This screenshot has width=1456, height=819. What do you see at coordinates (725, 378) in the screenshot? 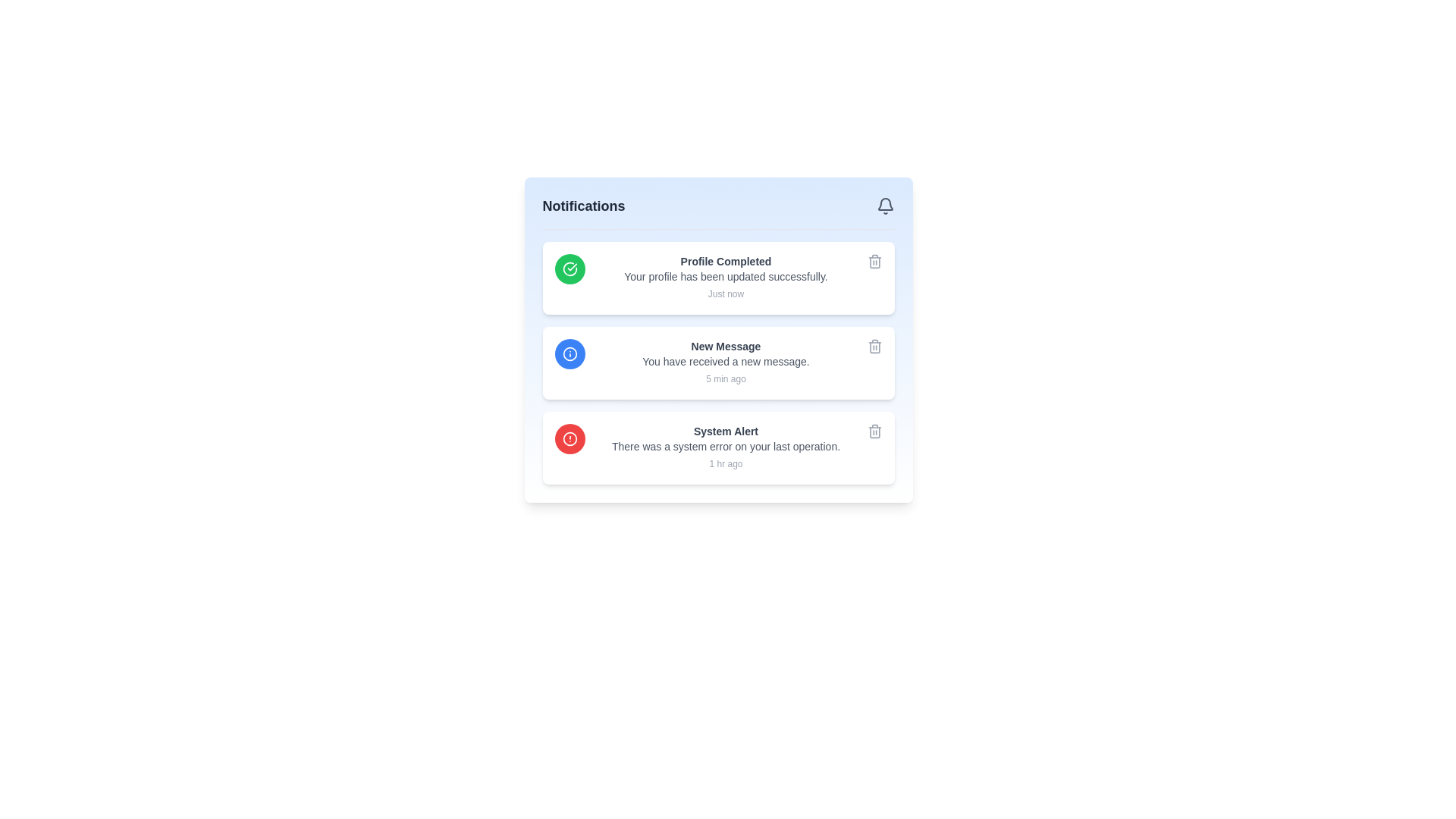
I see `the text label that indicates the time elapsed since the 'New Message' notification, located at the bottom right of the notification block for 'New Message.'` at bounding box center [725, 378].